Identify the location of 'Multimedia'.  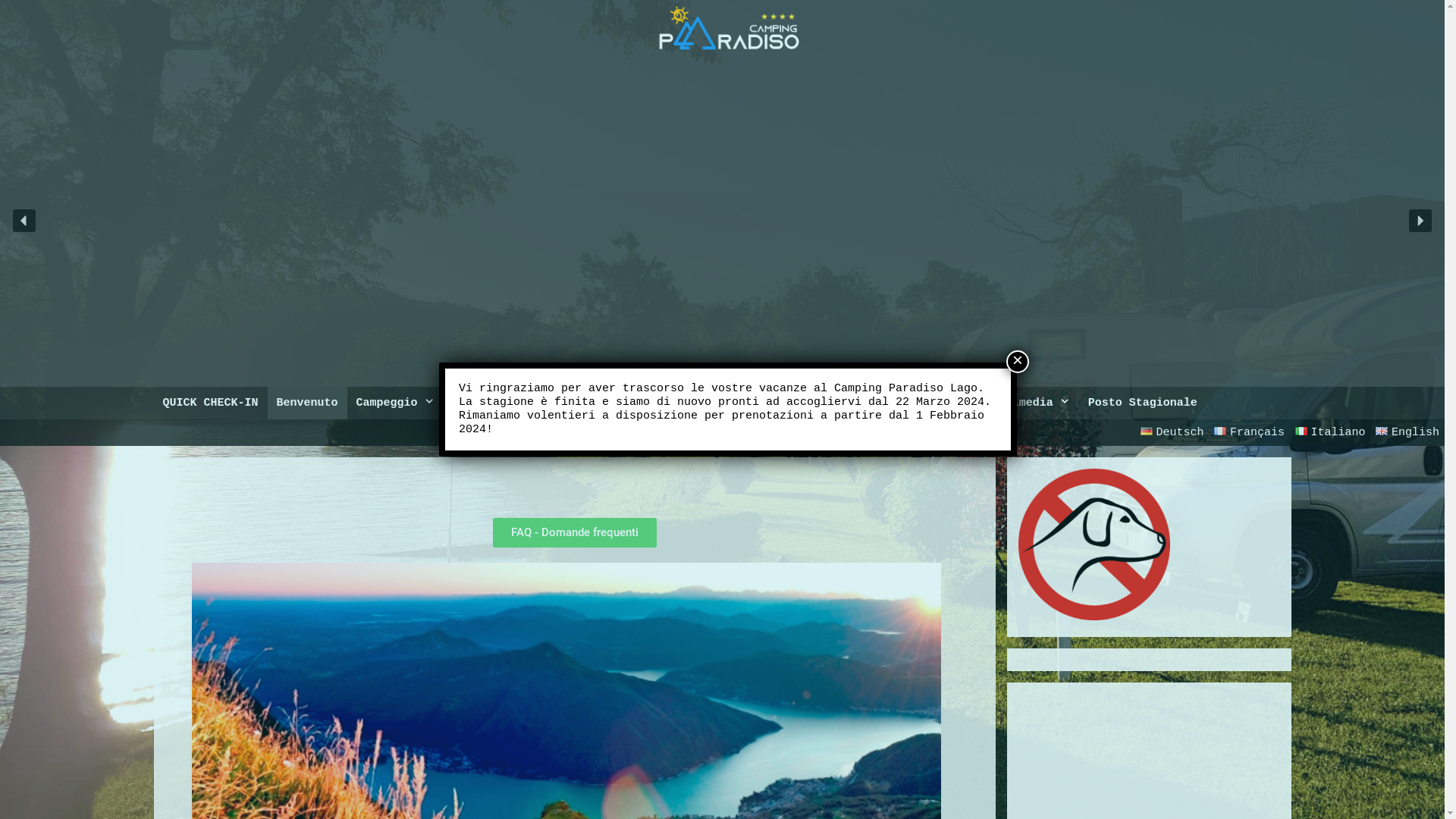
(1027, 402).